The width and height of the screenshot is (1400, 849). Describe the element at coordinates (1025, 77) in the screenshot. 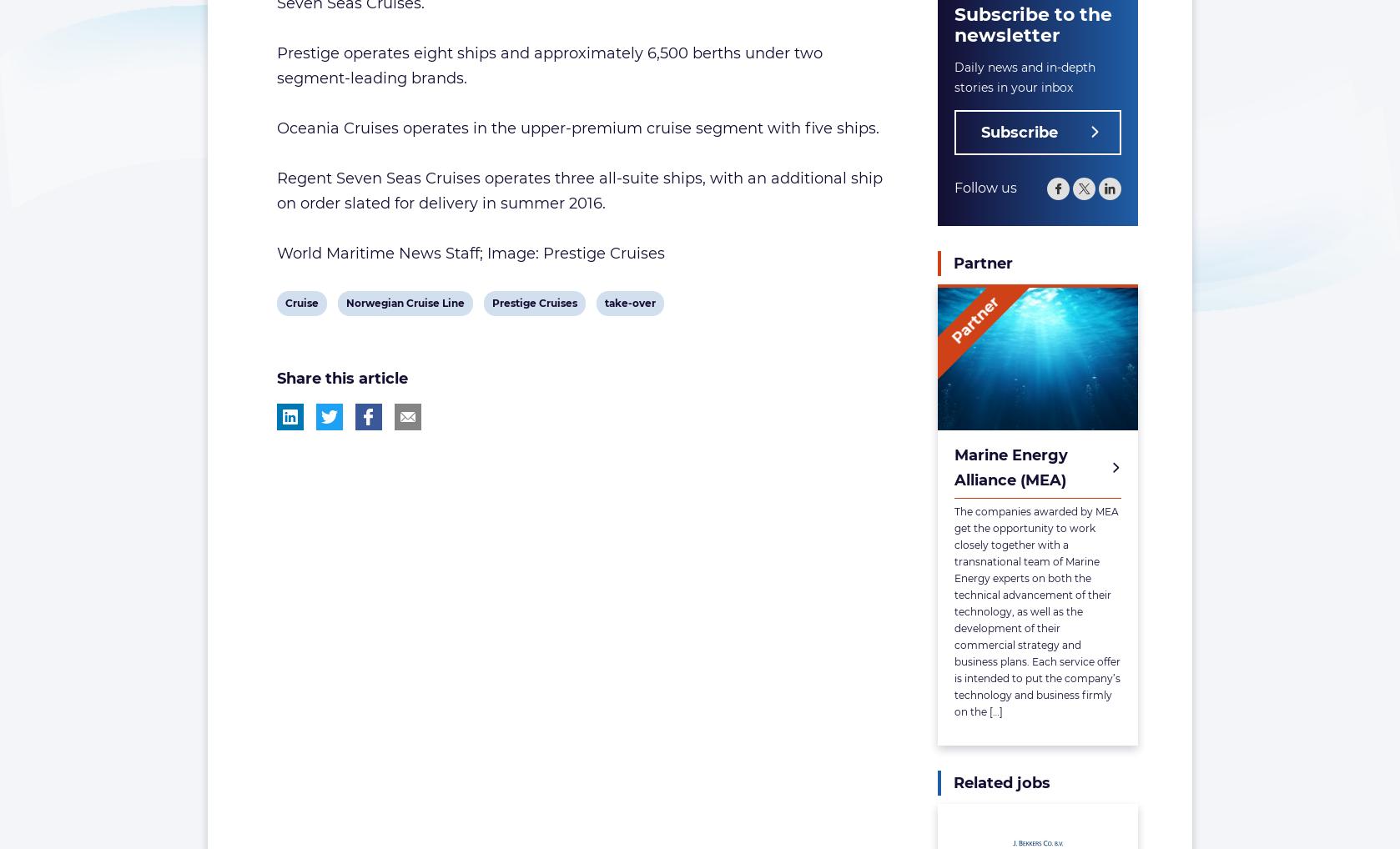

I see `'Daily news and in-depth stories in your inbox'` at that location.